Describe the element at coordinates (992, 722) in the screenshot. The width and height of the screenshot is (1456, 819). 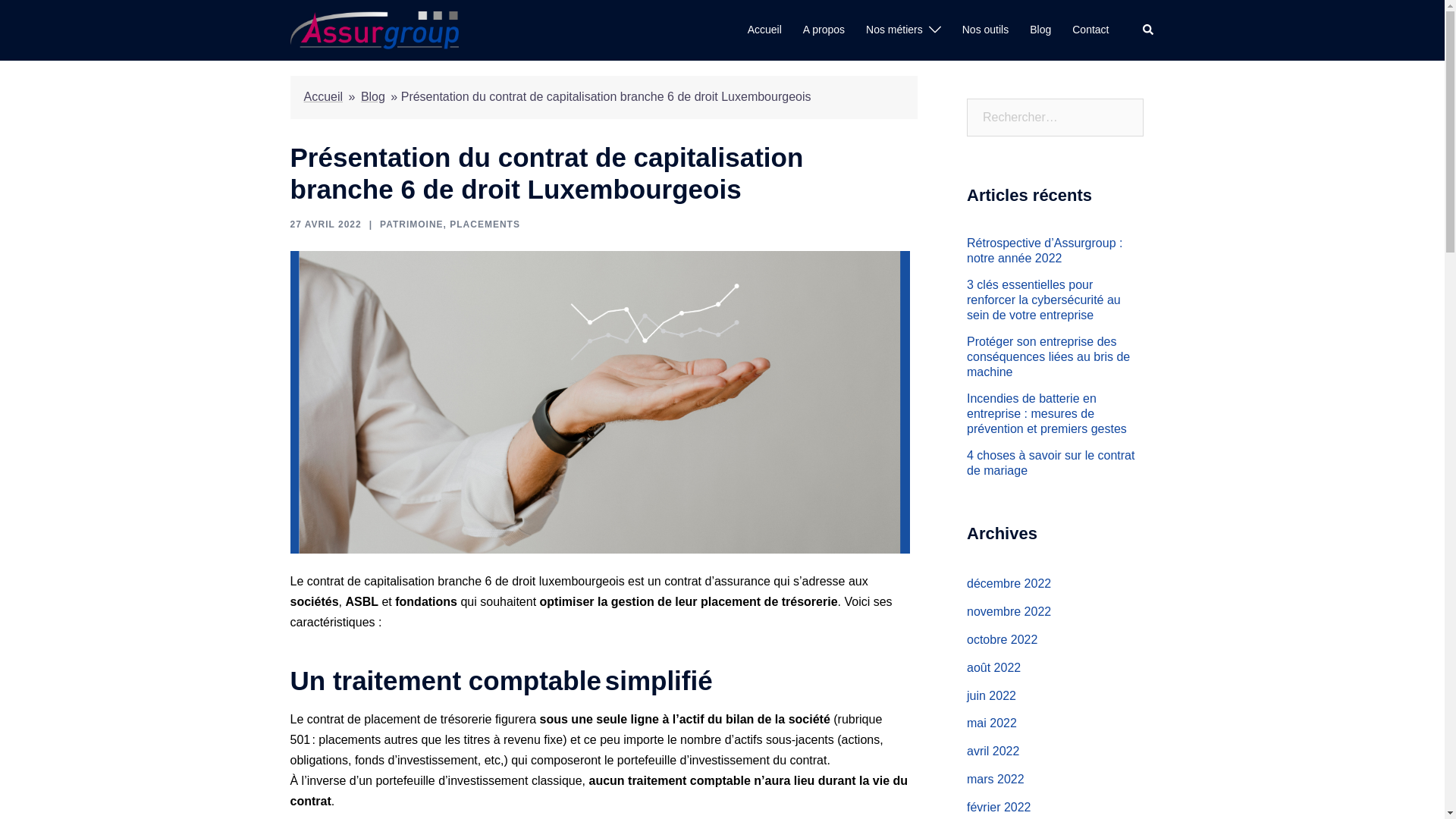
I see `'mai 2022'` at that location.